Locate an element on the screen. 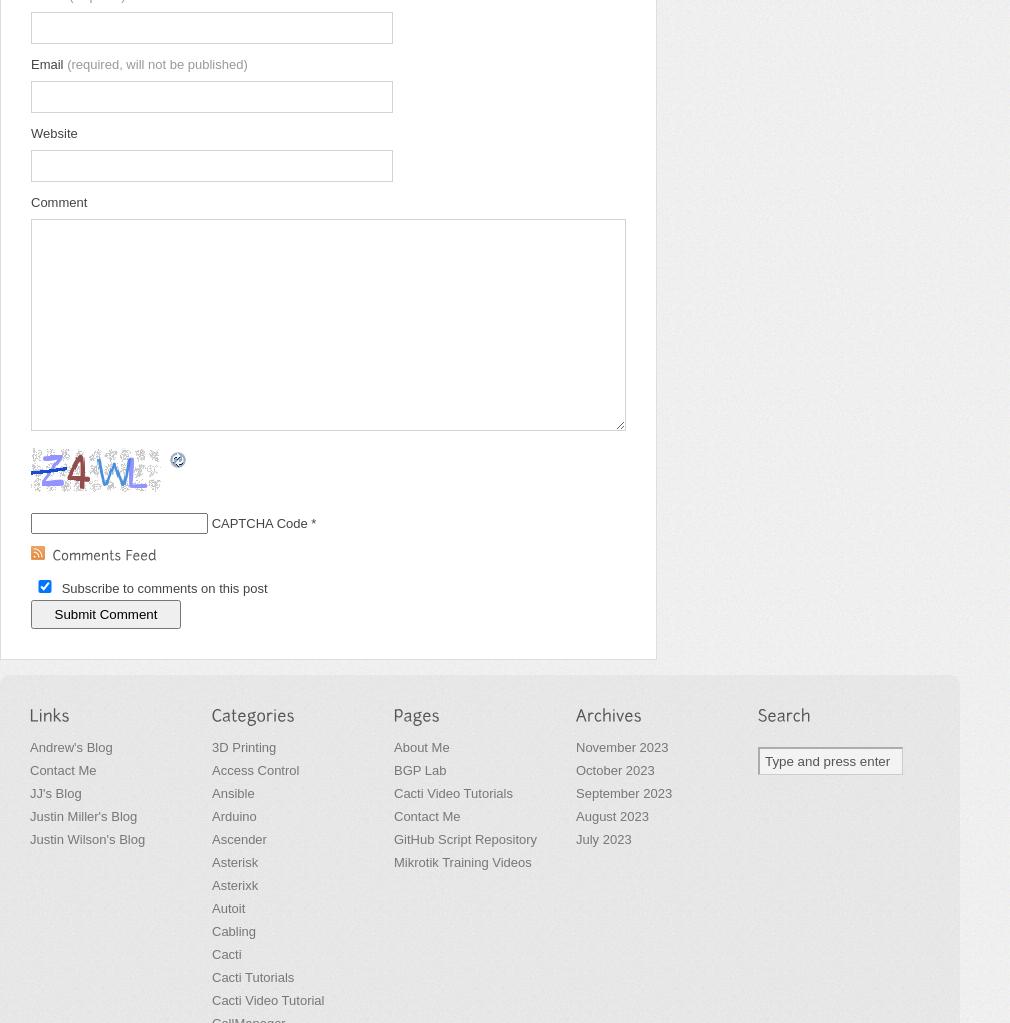  'Email' is located at coordinates (47, 63).